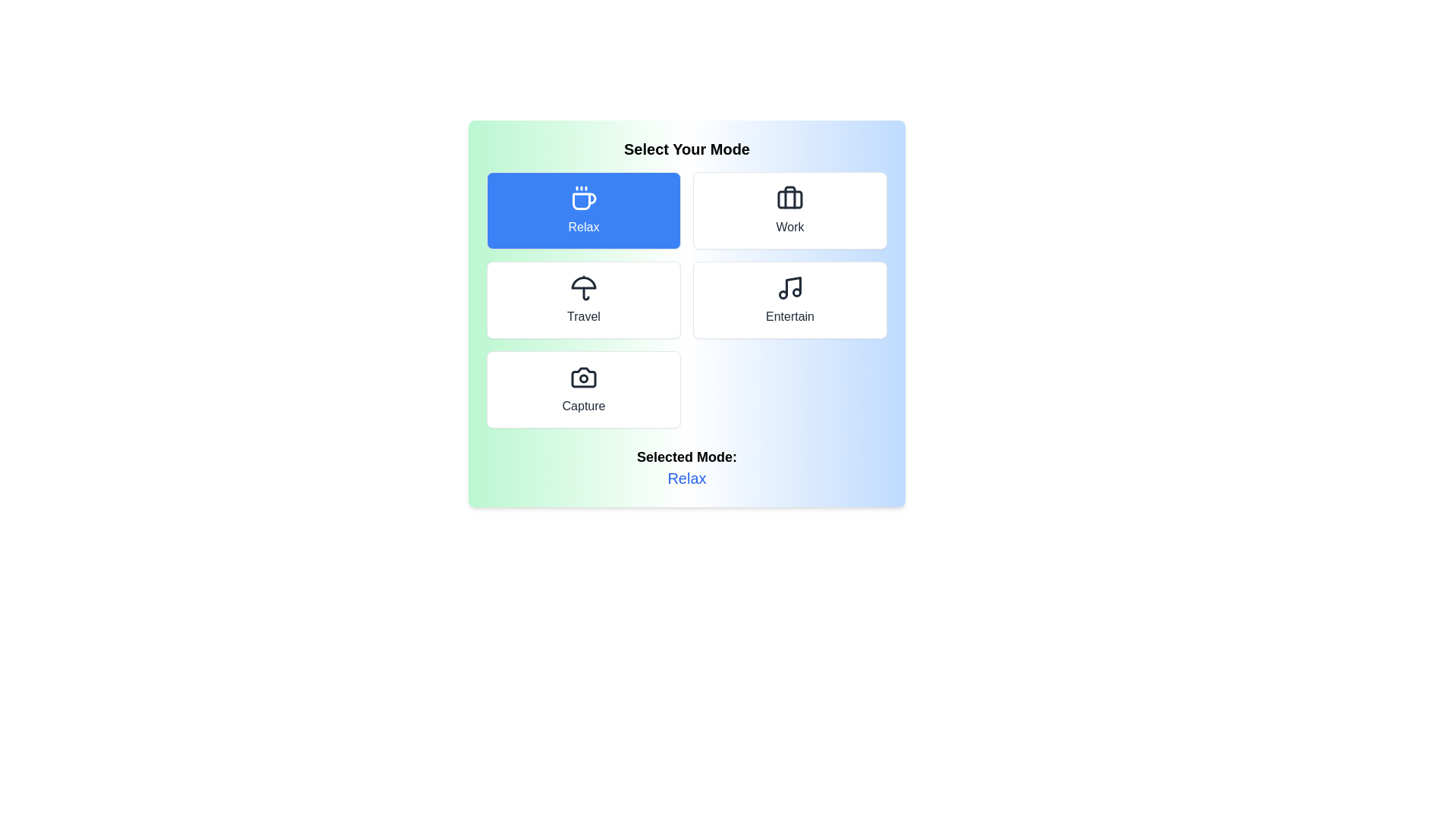 The height and width of the screenshot is (819, 1456). I want to click on the mode button corresponding to Entertain, so click(789, 300).